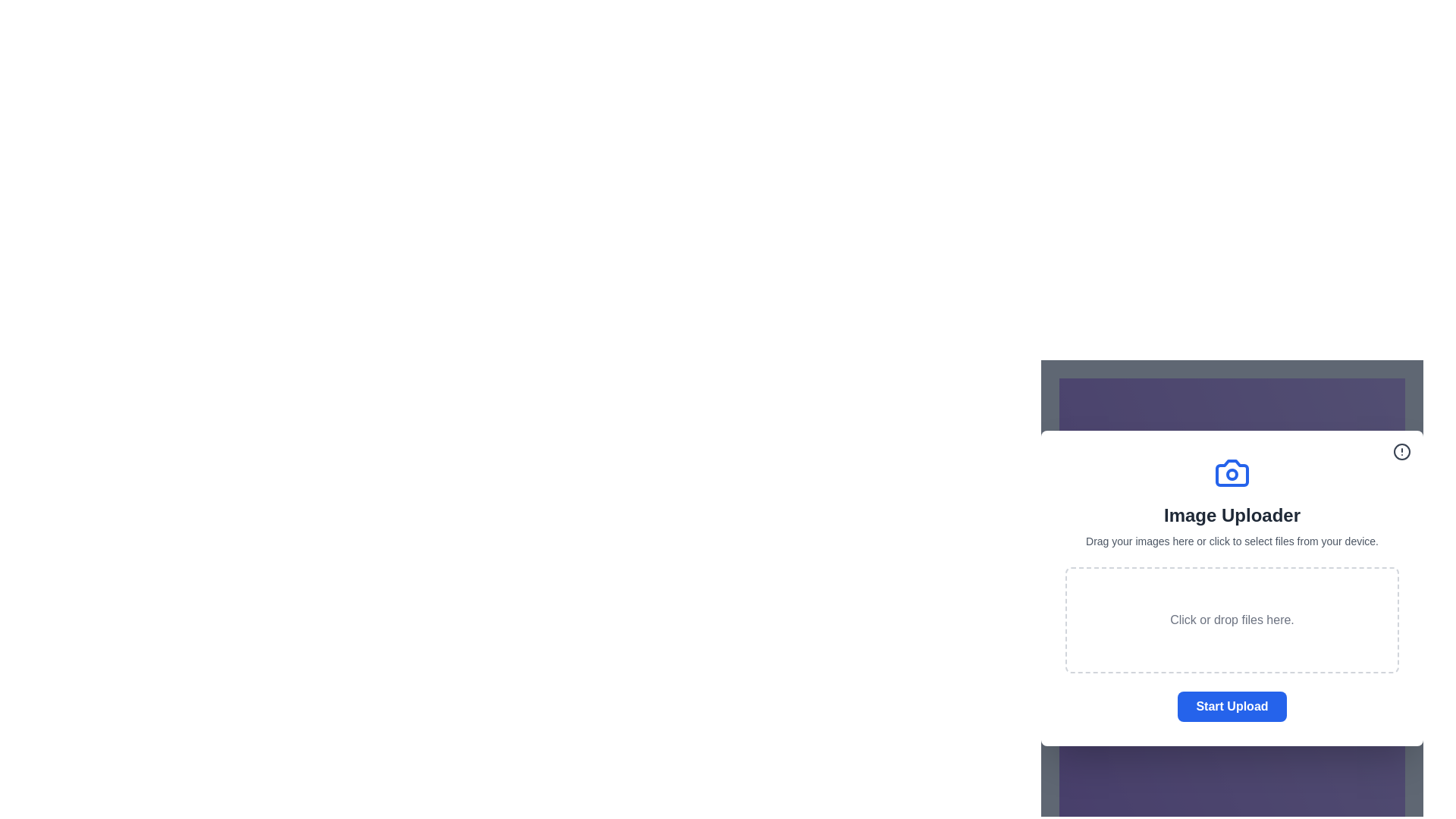 The height and width of the screenshot is (819, 1456). Describe the element at coordinates (1232, 472) in the screenshot. I see `the Decorative Icon located in the top-center of the modal above the title 'Image Uploader'` at that location.